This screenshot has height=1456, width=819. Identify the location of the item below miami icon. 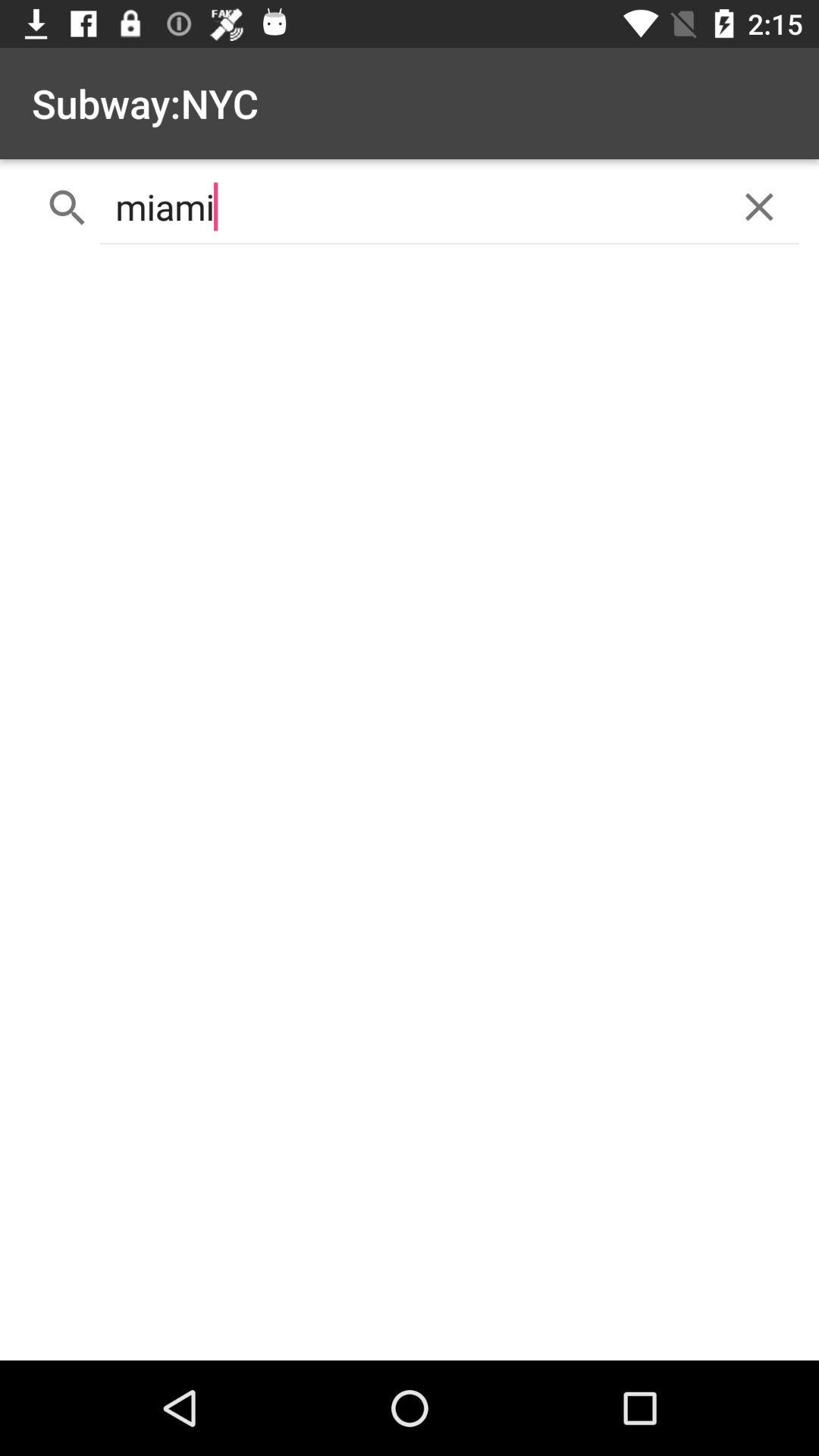
(409, 808).